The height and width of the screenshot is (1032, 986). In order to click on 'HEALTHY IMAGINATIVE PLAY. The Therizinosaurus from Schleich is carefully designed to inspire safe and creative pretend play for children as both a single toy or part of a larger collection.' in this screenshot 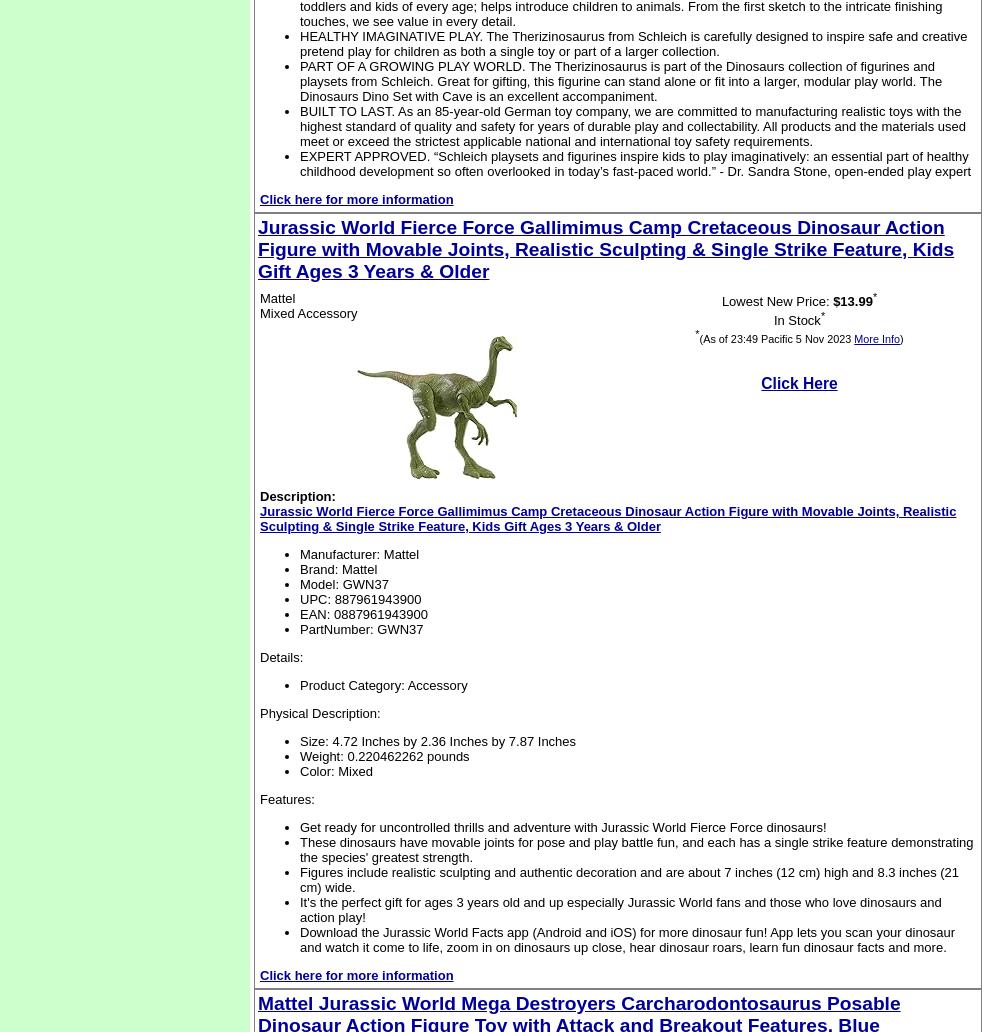, I will do `click(633, 43)`.